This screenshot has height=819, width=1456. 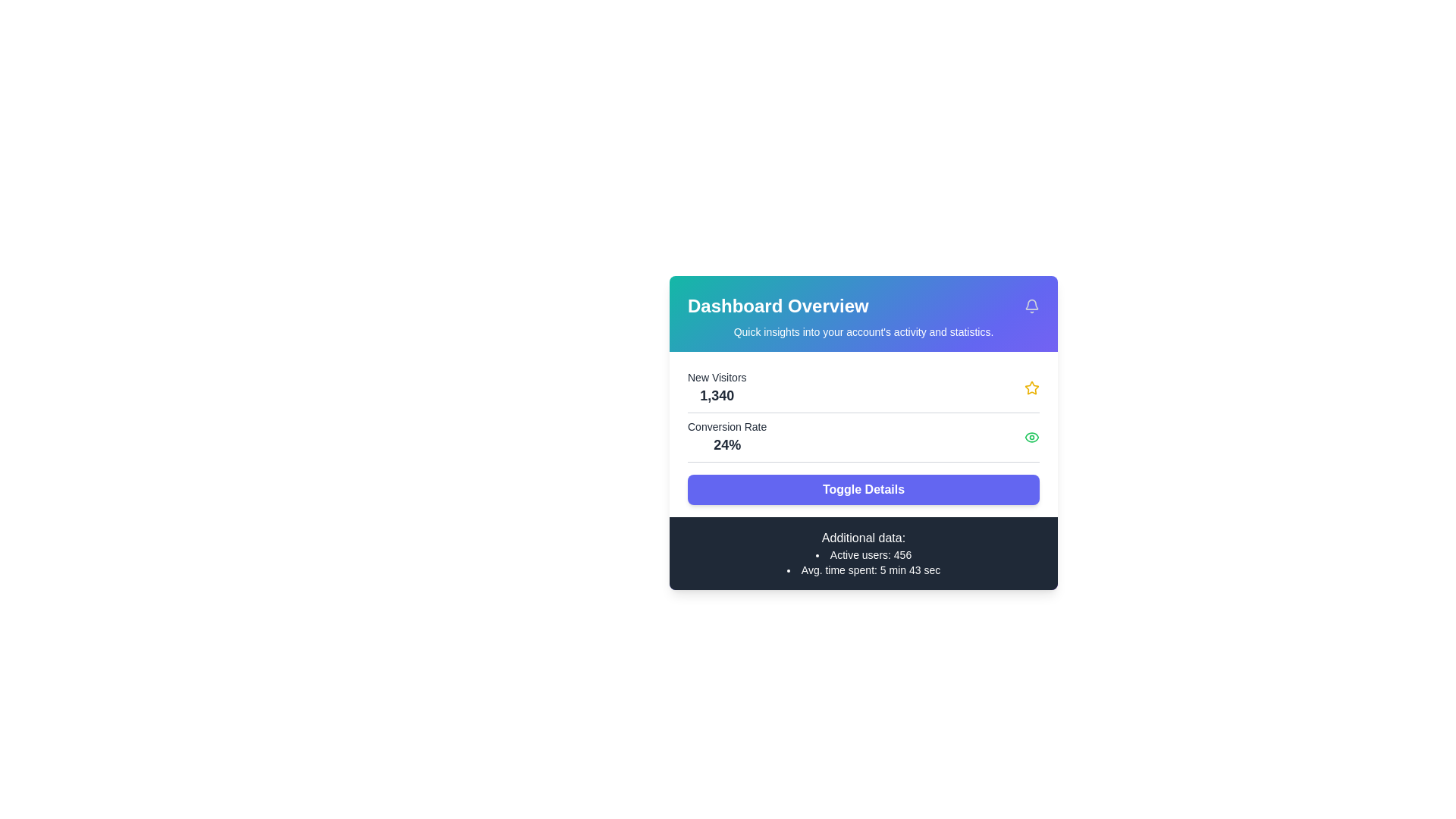 What do you see at coordinates (716, 376) in the screenshot?
I see `the Text Label that describes the data represented by the text '1,340' in the Dashboard Overview section` at bounding box center [716, 376].